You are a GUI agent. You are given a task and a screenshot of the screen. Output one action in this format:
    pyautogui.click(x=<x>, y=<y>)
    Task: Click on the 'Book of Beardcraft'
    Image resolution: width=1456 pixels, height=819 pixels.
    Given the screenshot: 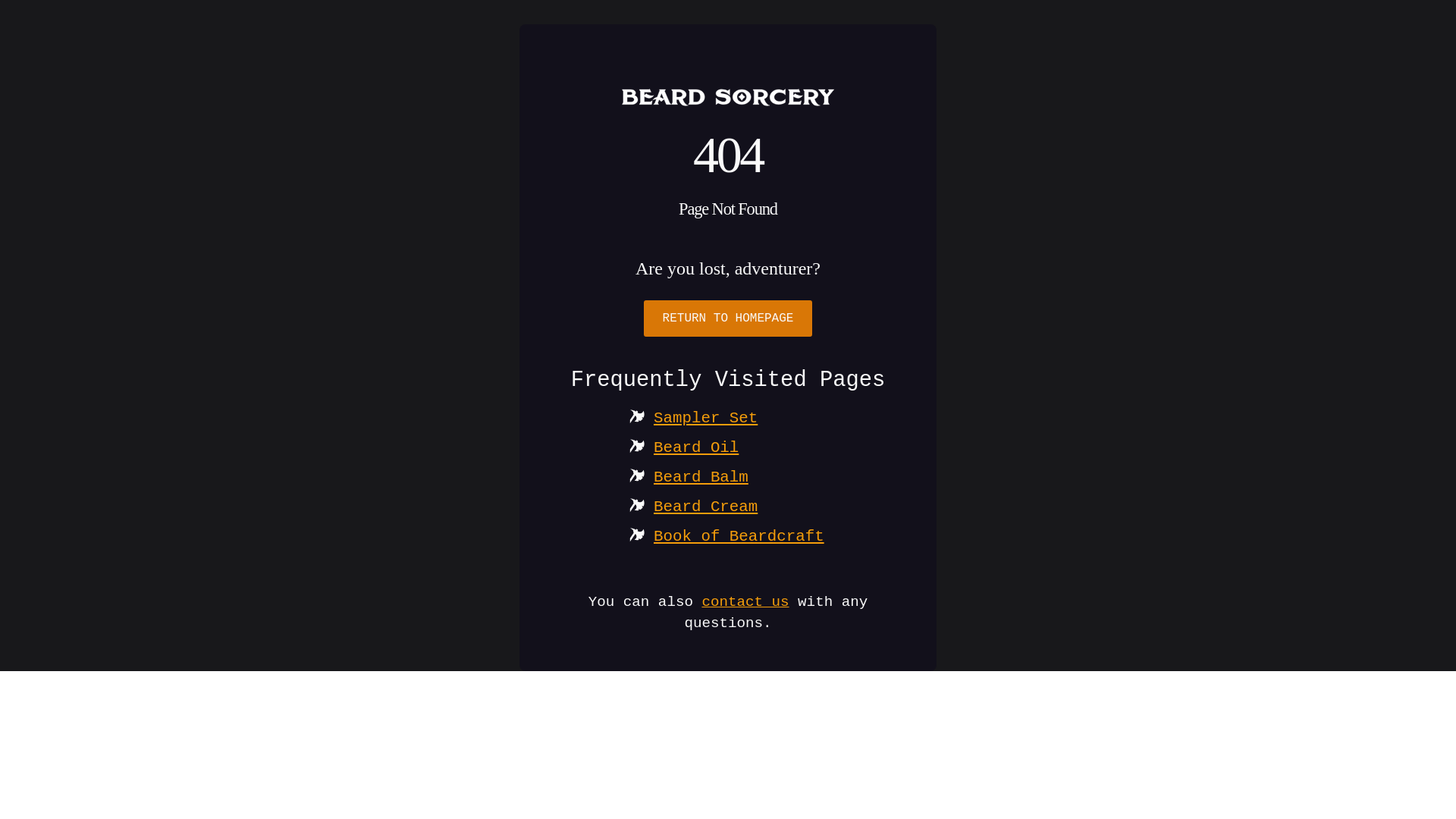 What is the action you would take?
    pyautogui.click(x=739, y=535)
    